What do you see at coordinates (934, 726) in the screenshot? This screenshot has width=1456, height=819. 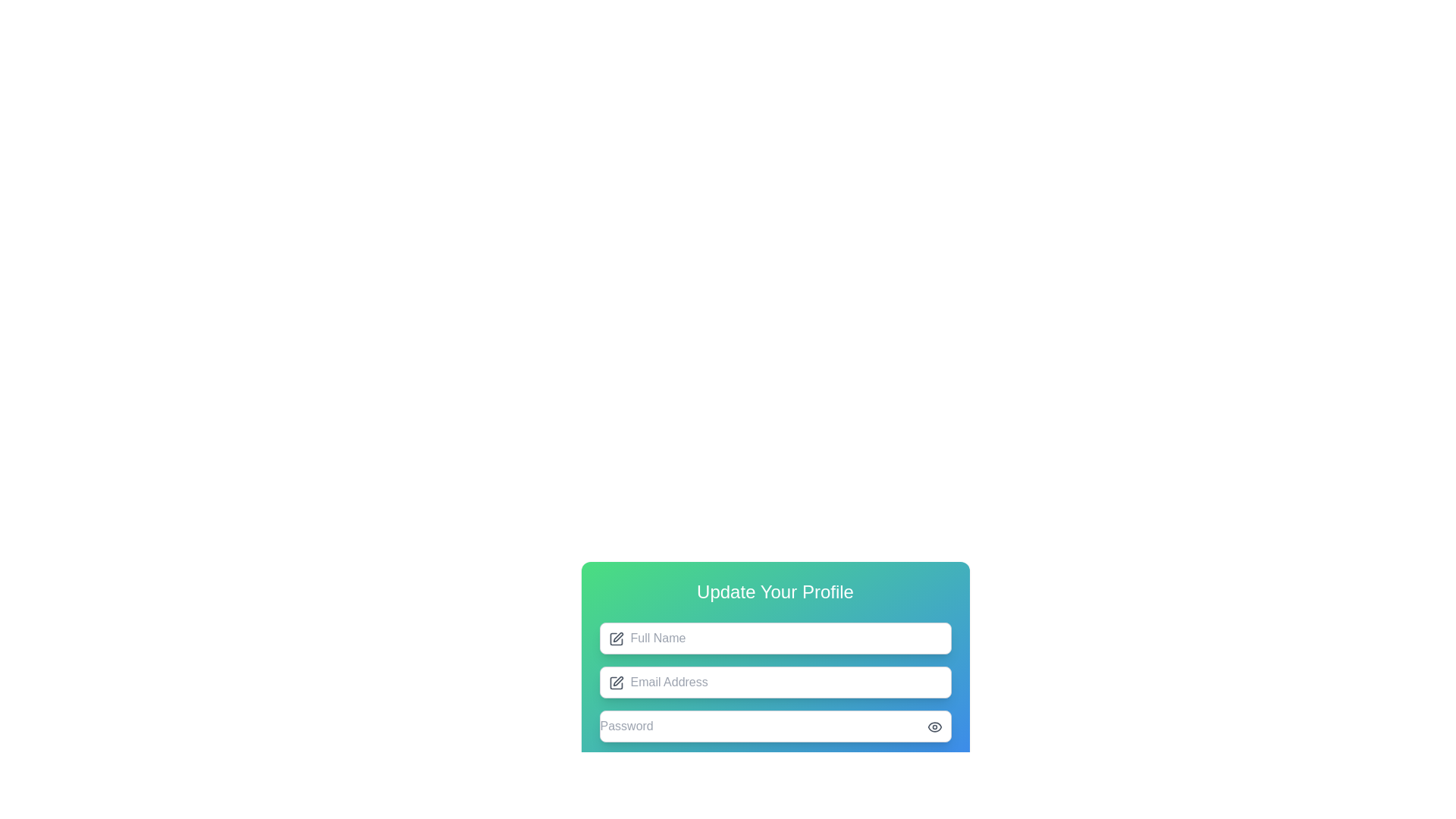 I see `the button with an eye icon located at the top-right corner of the password input field in the 'Update Your Profile' form` at bounding box center [934, 726].